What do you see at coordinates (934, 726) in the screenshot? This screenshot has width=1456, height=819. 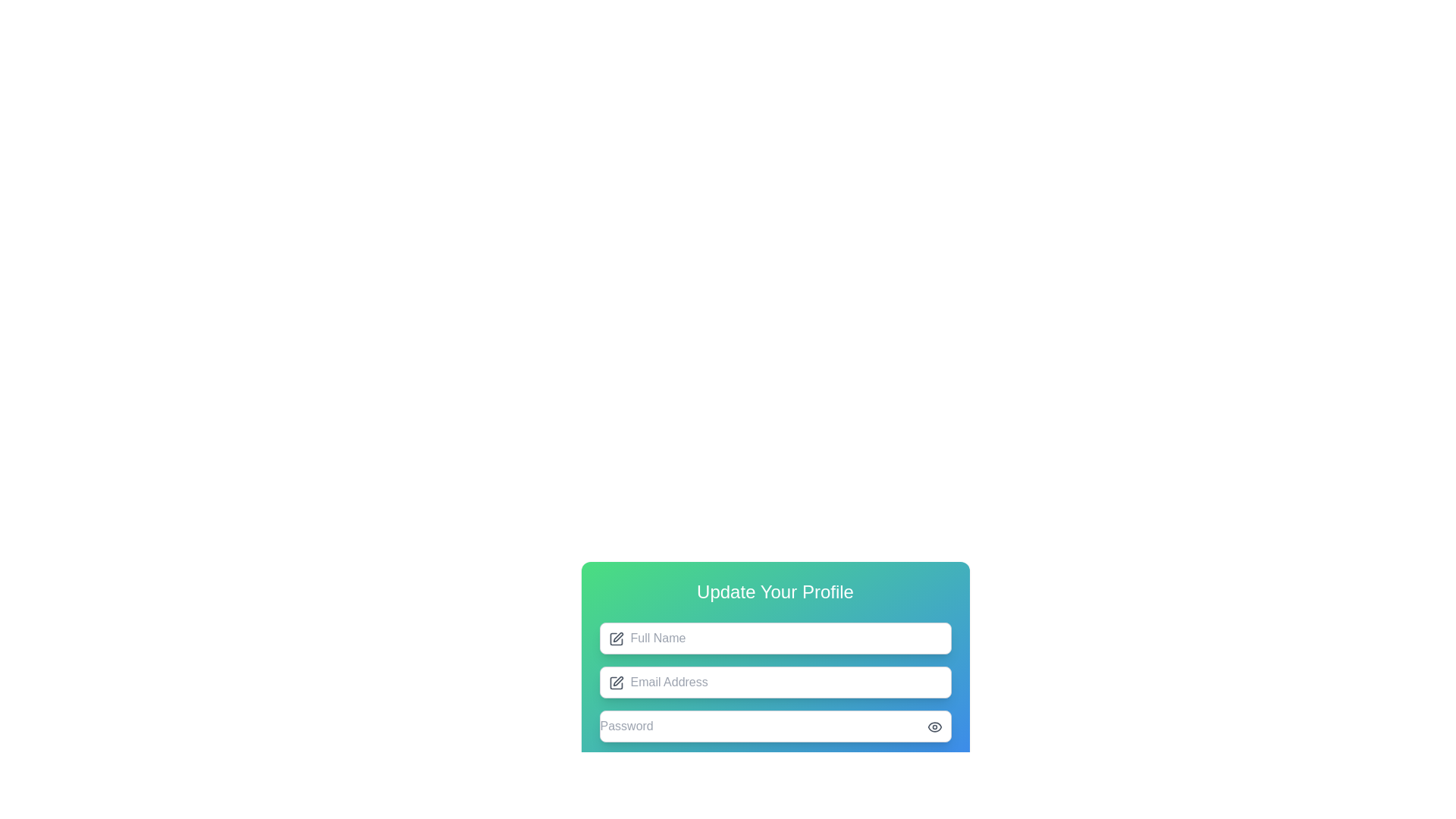 I see `the button with an eye icon located at the top-right corner of the password input field in the 'Update Your Profile' form` at bounding box center [934, 726].